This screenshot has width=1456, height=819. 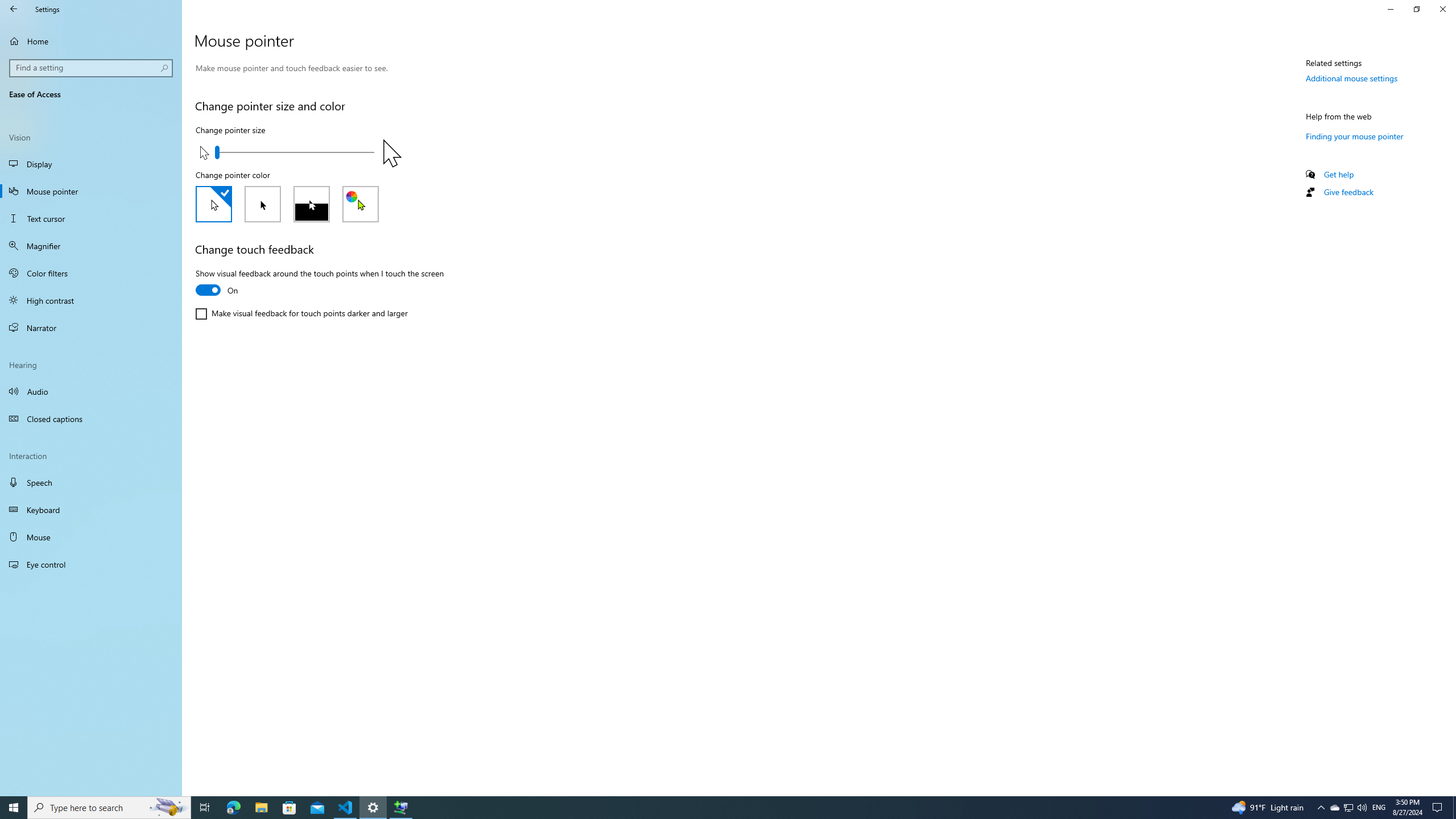 I want to click on 'Home', so click(x=90, y=41).